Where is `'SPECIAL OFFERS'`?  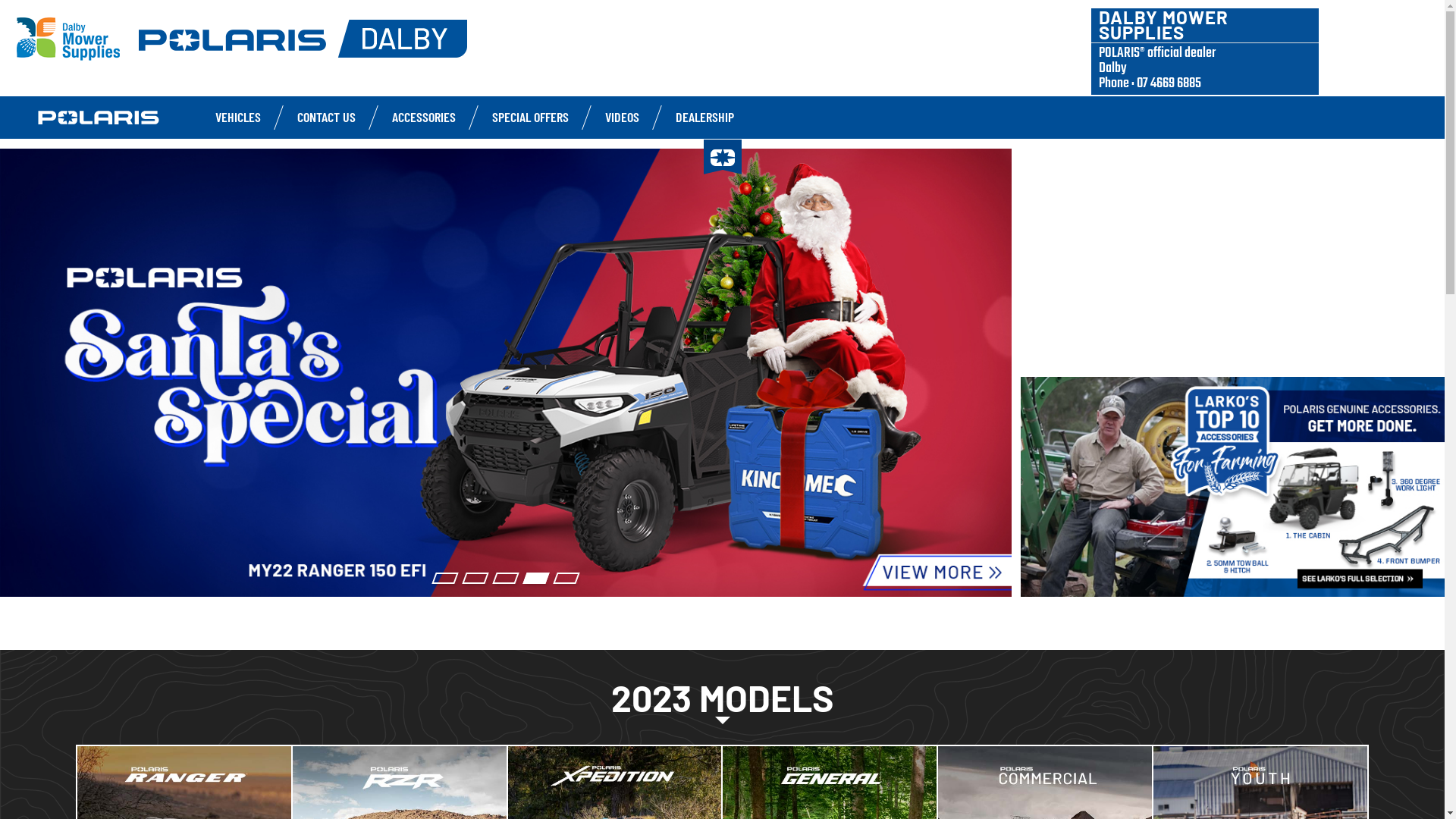 'SPECIAL OFFERS' is located at coordinates (491, 116).